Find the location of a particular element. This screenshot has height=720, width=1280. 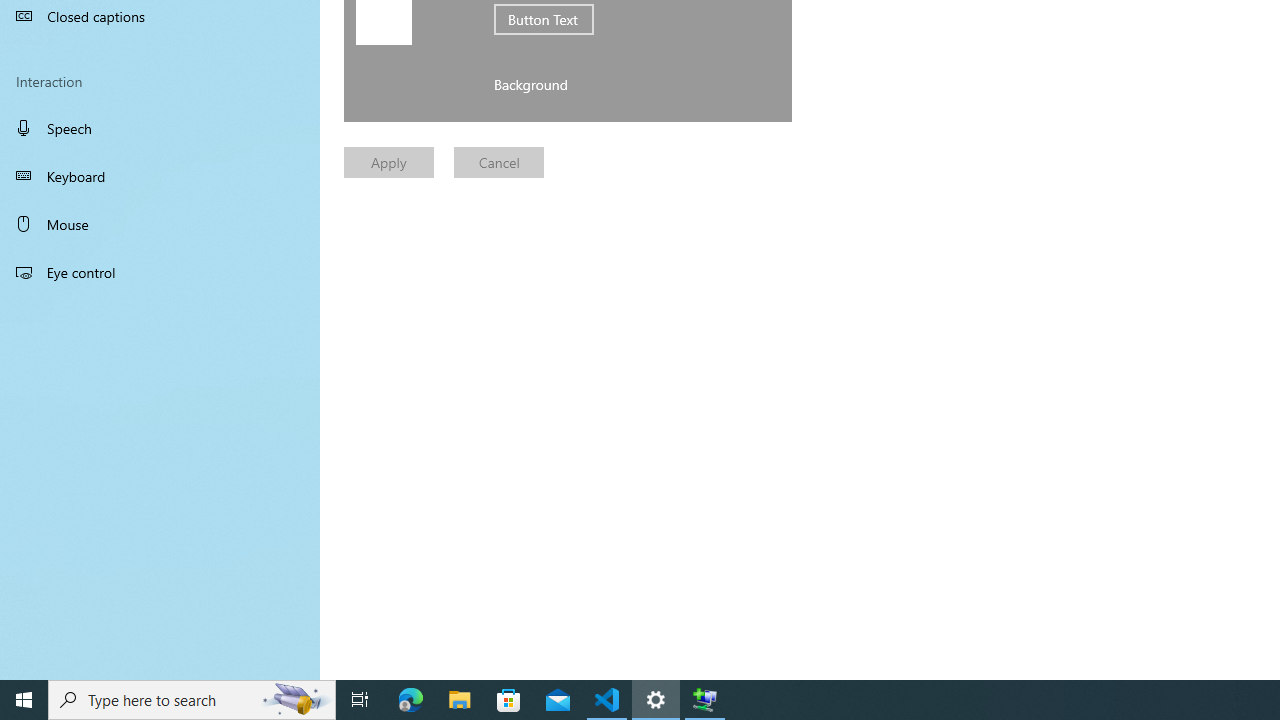

'File Explorer' is located at coordinates (459, 698).